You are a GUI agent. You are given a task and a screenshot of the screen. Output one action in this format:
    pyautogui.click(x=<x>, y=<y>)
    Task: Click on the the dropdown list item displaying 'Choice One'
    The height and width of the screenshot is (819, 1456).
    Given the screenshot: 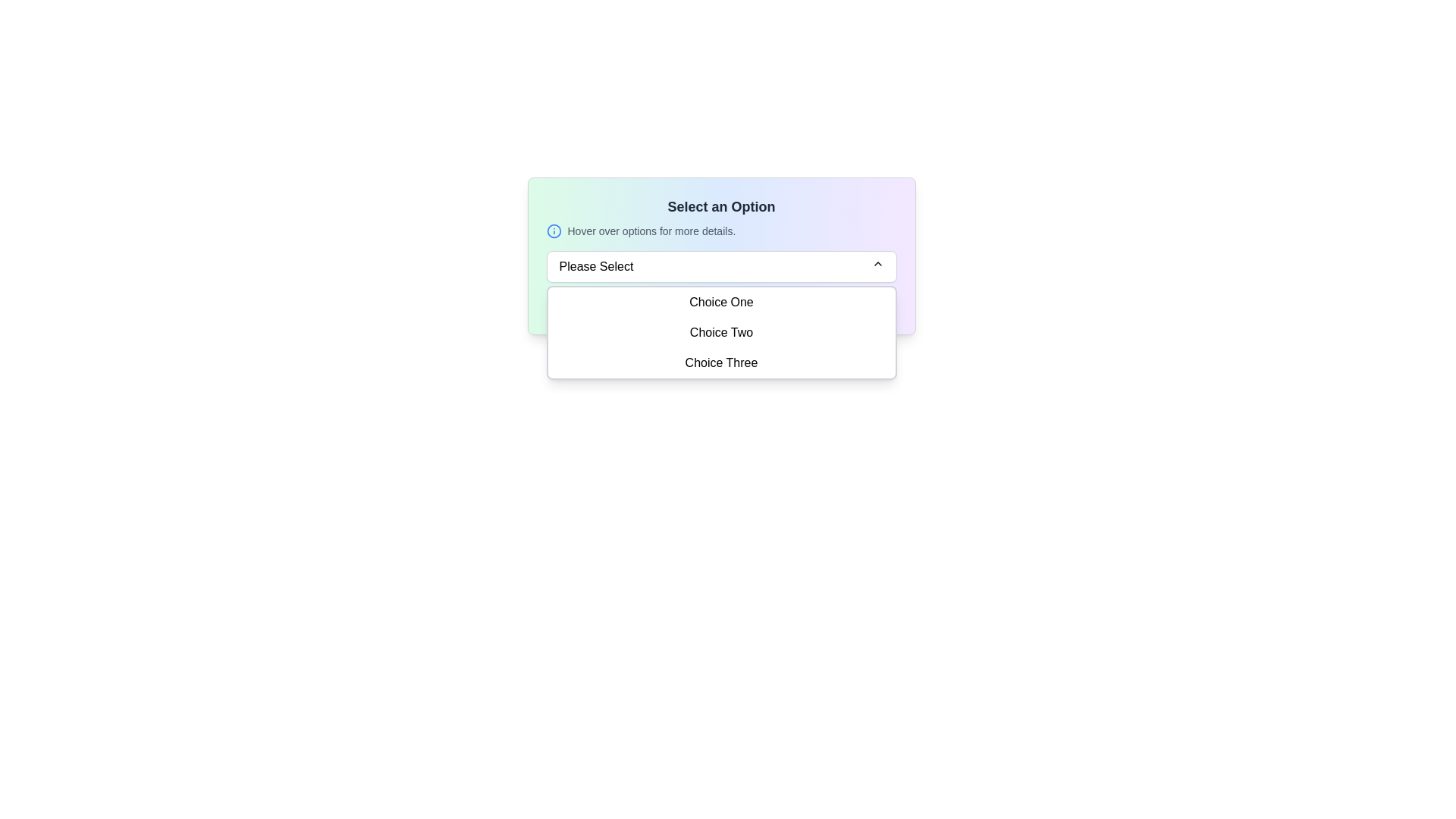 What is the action you would take?
    pyautogui.click(x=720, y=302)
    